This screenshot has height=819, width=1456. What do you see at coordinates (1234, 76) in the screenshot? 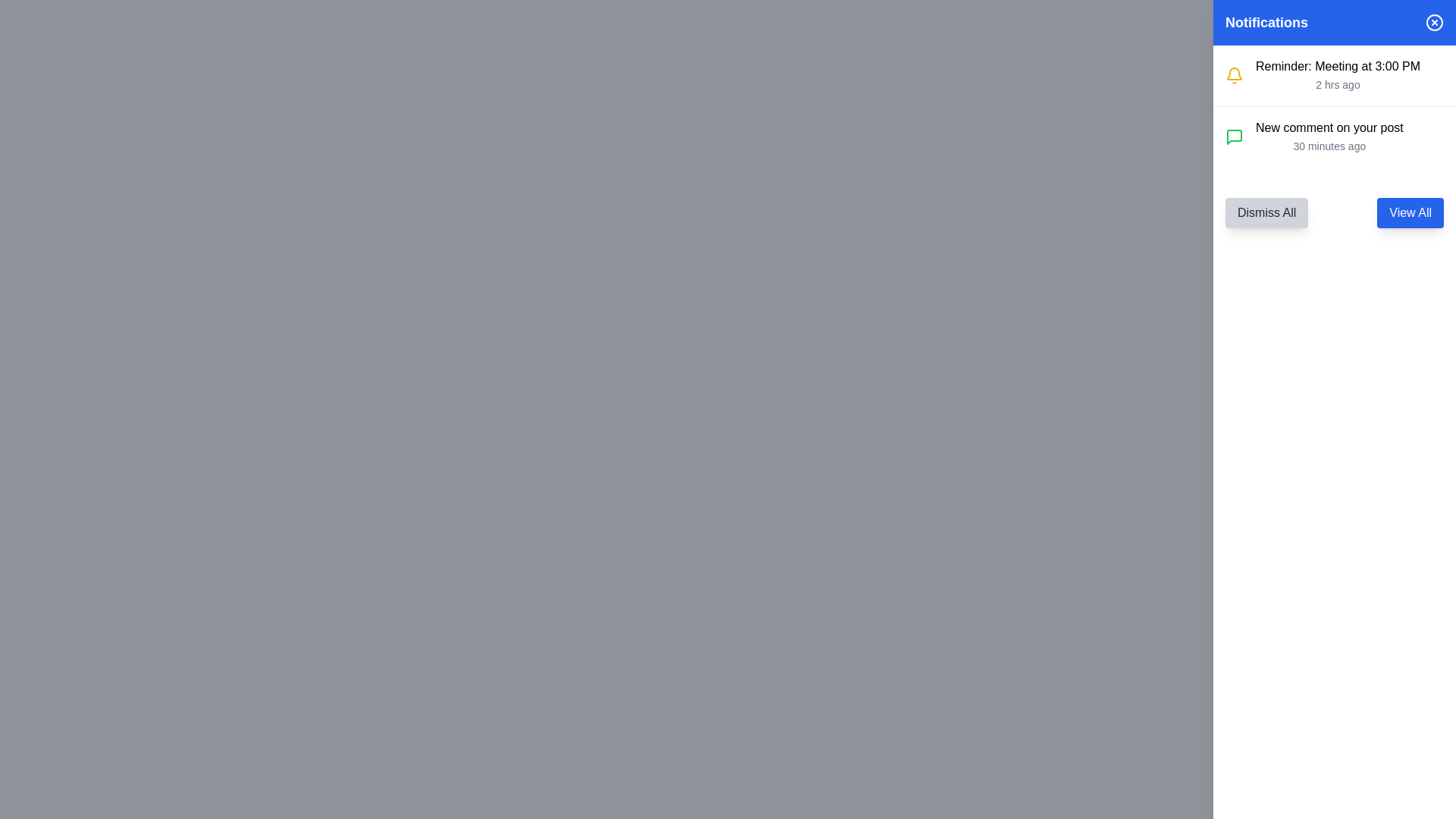
I see `the notification icon located at the top-left corner of the 'Reminder: Meeting at 3:00 PM' notification card` at bounding box center [1234, 76].